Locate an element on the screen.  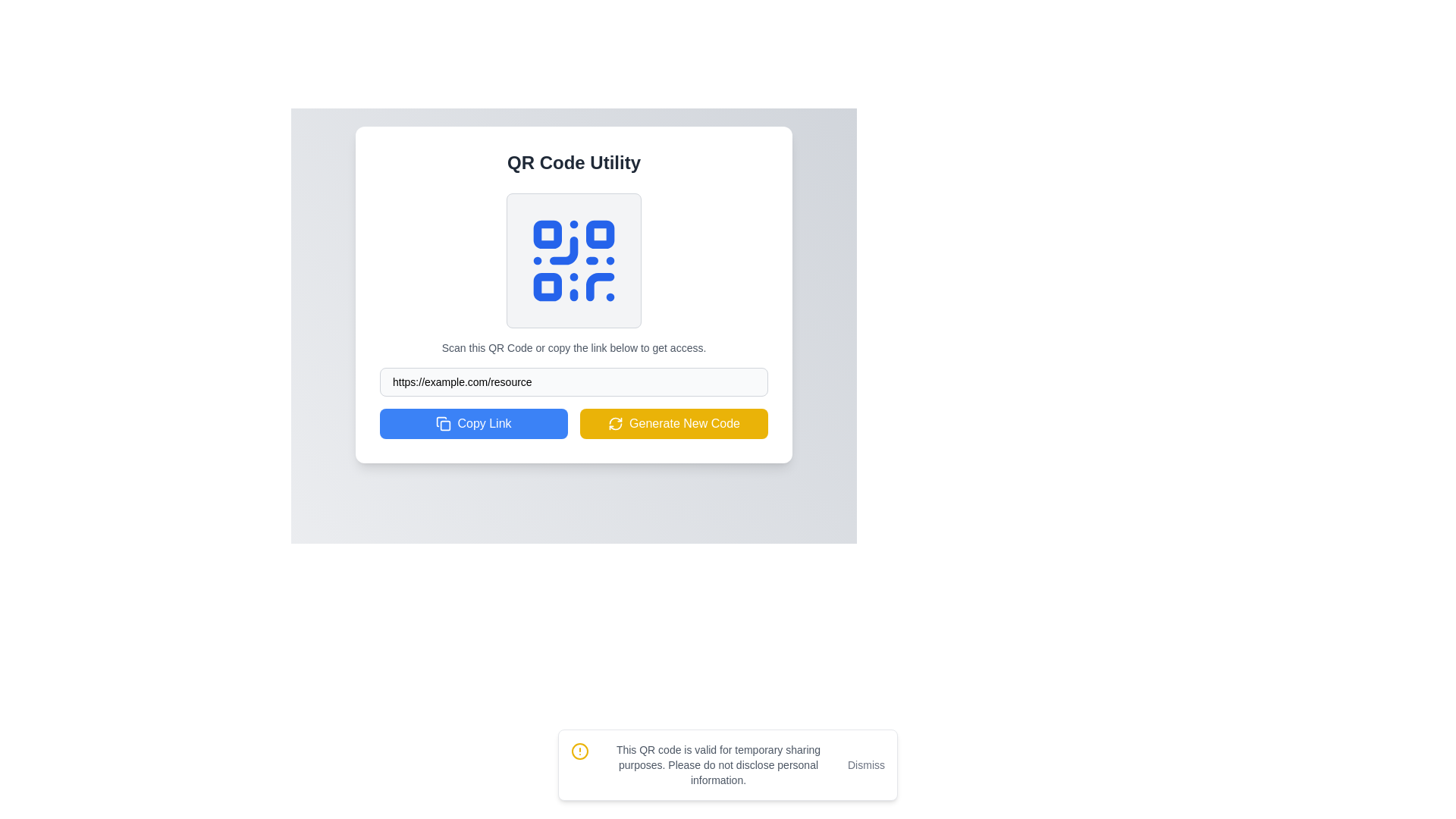
the bottom-left square node of the QR code graphic, which is styled with a blue and white design and has rounded corners is located at coordinates (547, 287).